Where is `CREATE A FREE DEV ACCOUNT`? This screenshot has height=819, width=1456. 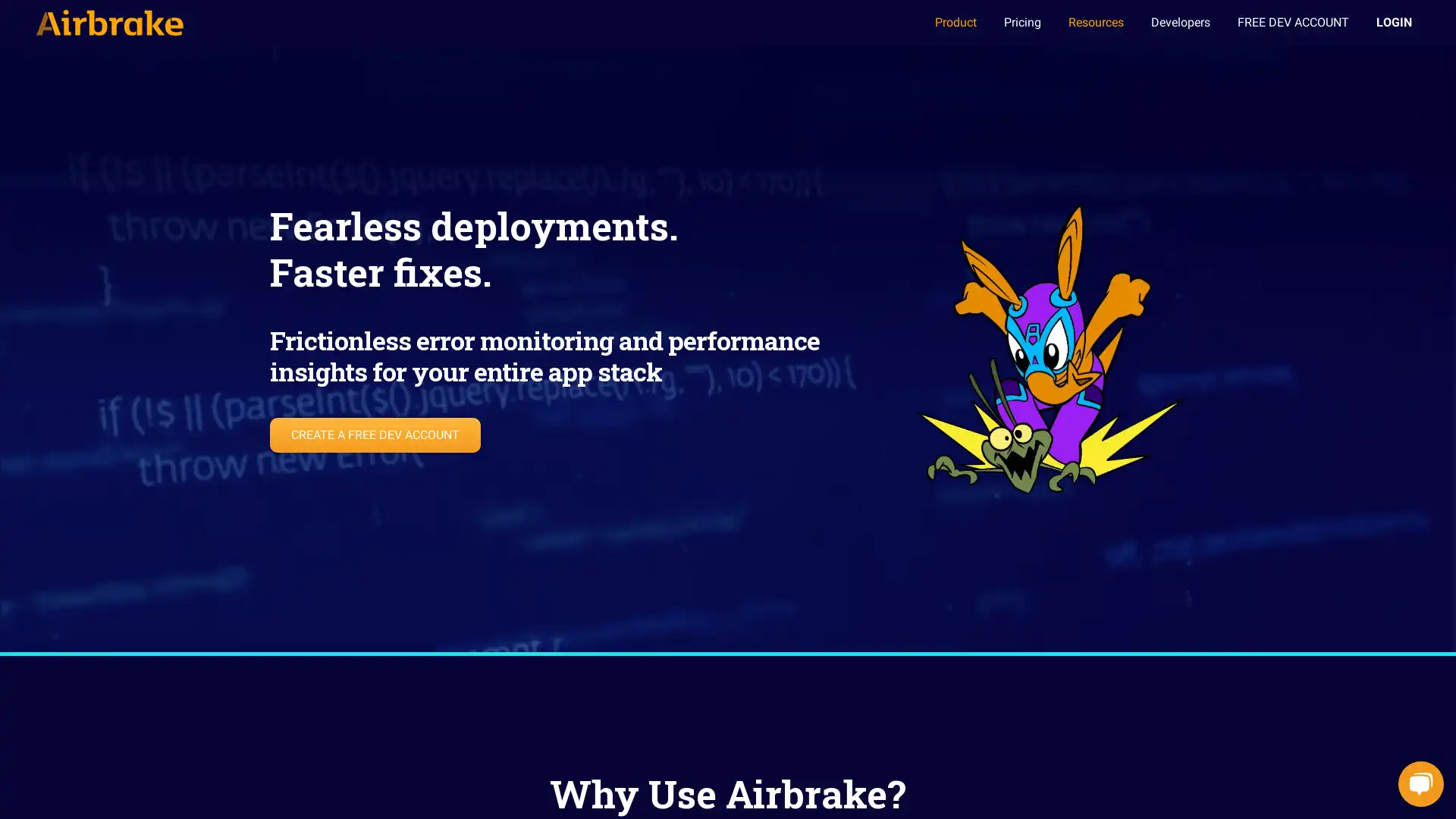
CREATE A FREE DEV ACCOUNT is located at coordinates (375, 435).